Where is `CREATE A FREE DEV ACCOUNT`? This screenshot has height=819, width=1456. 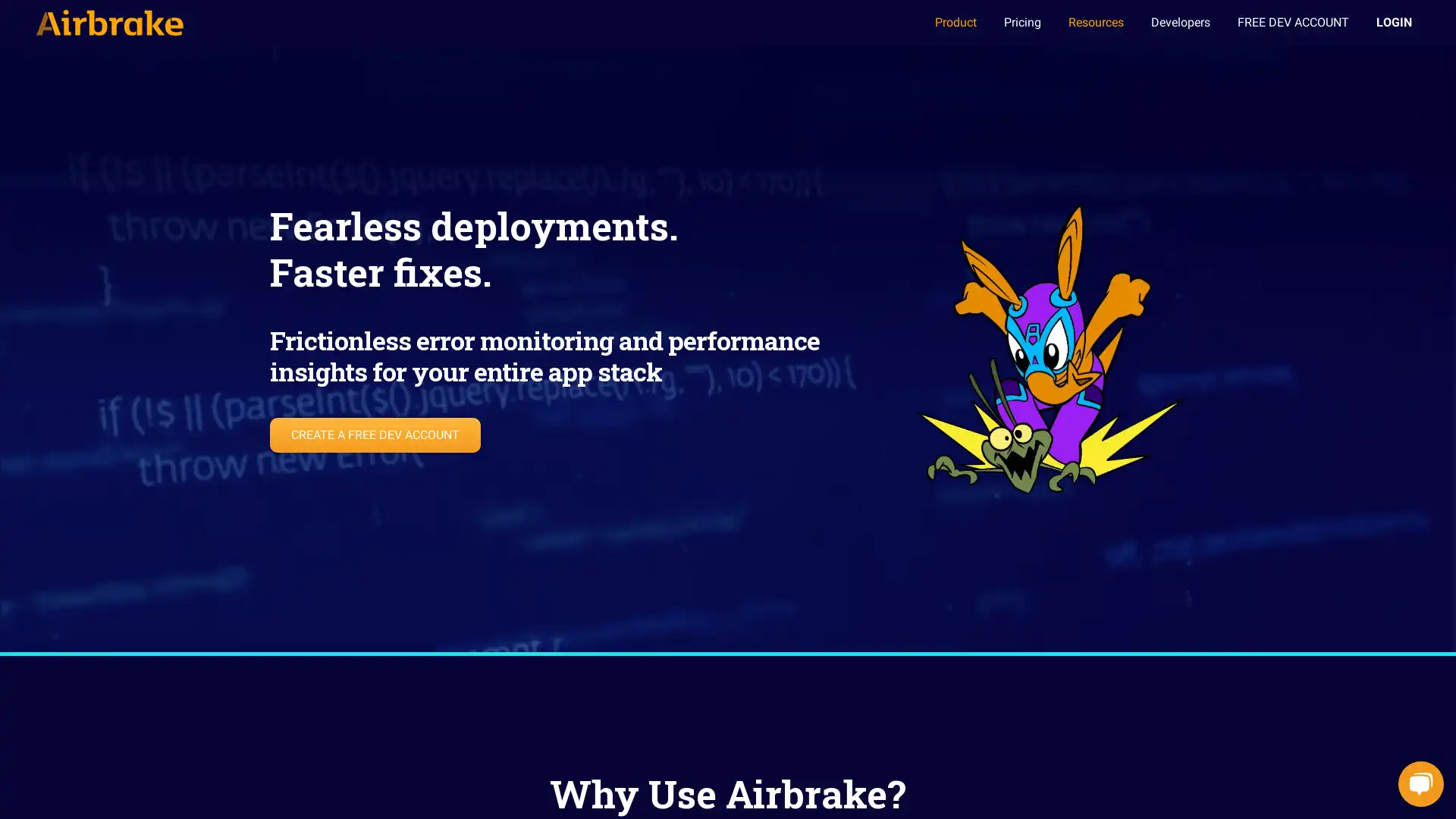
CREATE A FREE DEV ACCOUNT is located at coordinates (375, 435).